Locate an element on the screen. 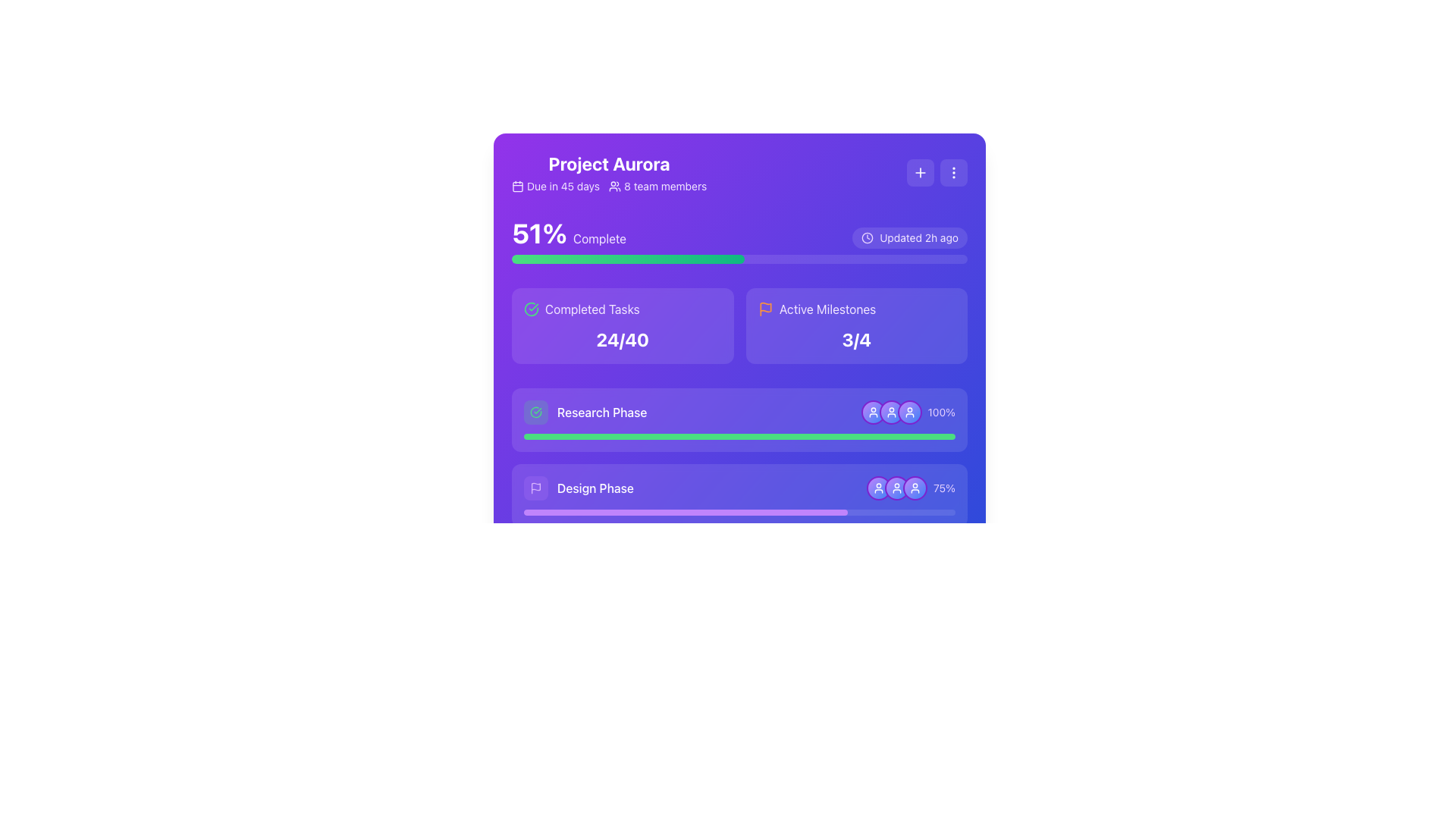 The height and width of the screenshot is (819, 1456). displayed percentage value '100%' from the text label located in the top-right corner of the 'Research Phase' section, which is styled with a small-sized font and light purple text color is located at coordinates (908, 412).